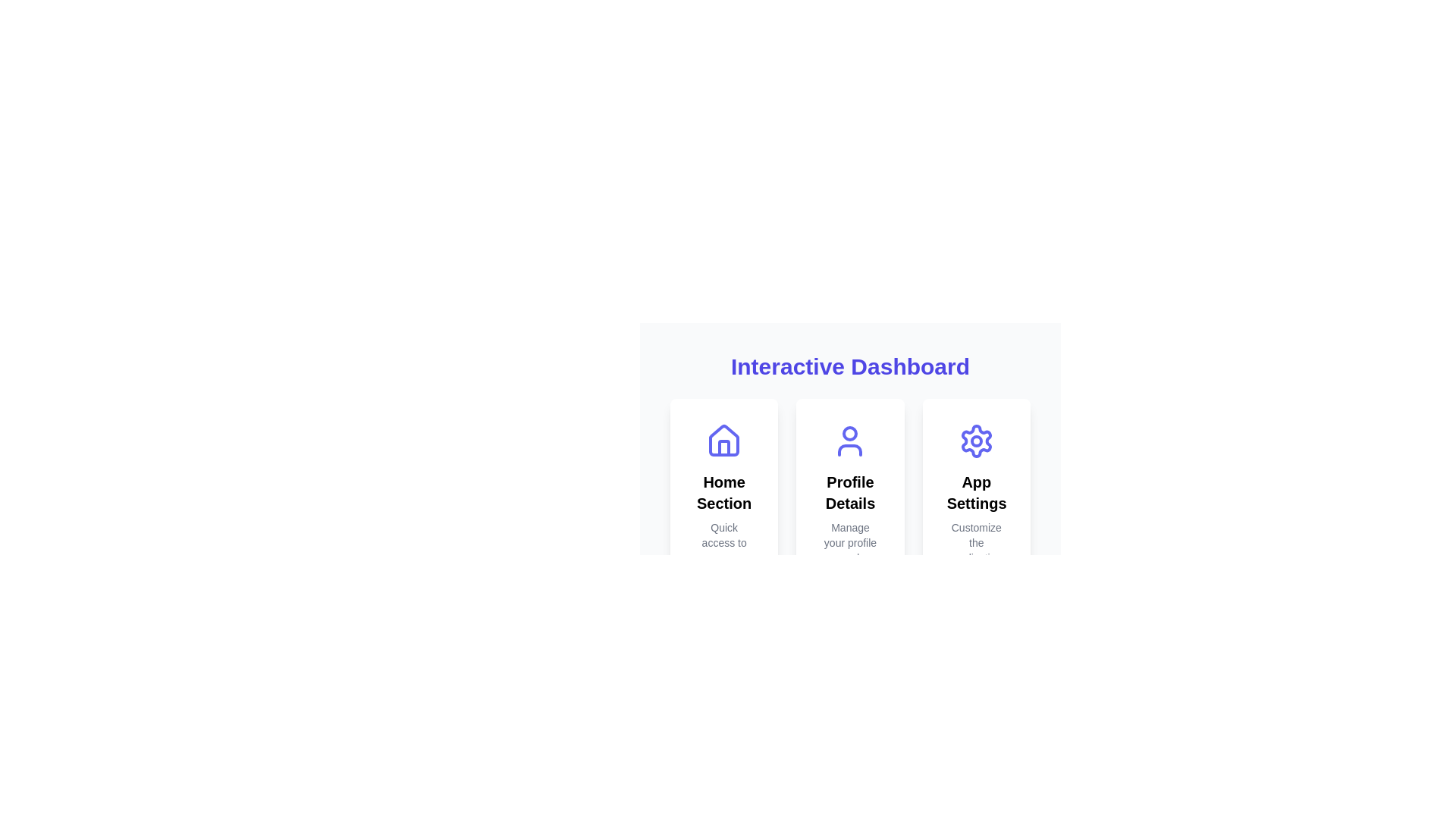 The width and height of the screenshot is (1456, 819). What do you see at coordinates (723, 441) in the screenshot?
I see `the 'Home Section' icon located at the top part of the leftmost card in the 'Interactive Dashboard'` at bounding box center [723, 441].